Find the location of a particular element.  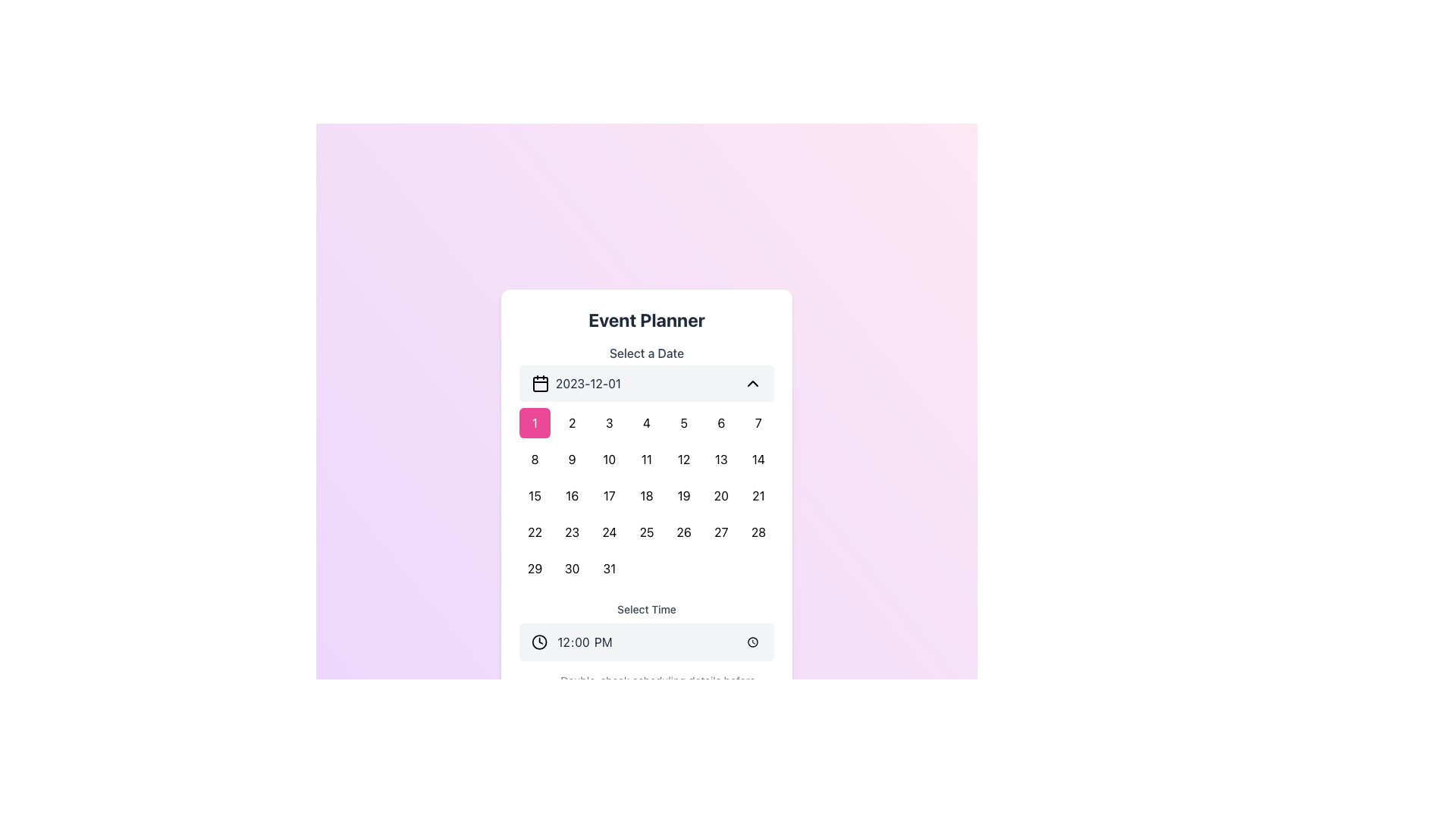

the button displaying the number '20' in the 'Select a Date' calendar layout is located at coordinates (720, 496).